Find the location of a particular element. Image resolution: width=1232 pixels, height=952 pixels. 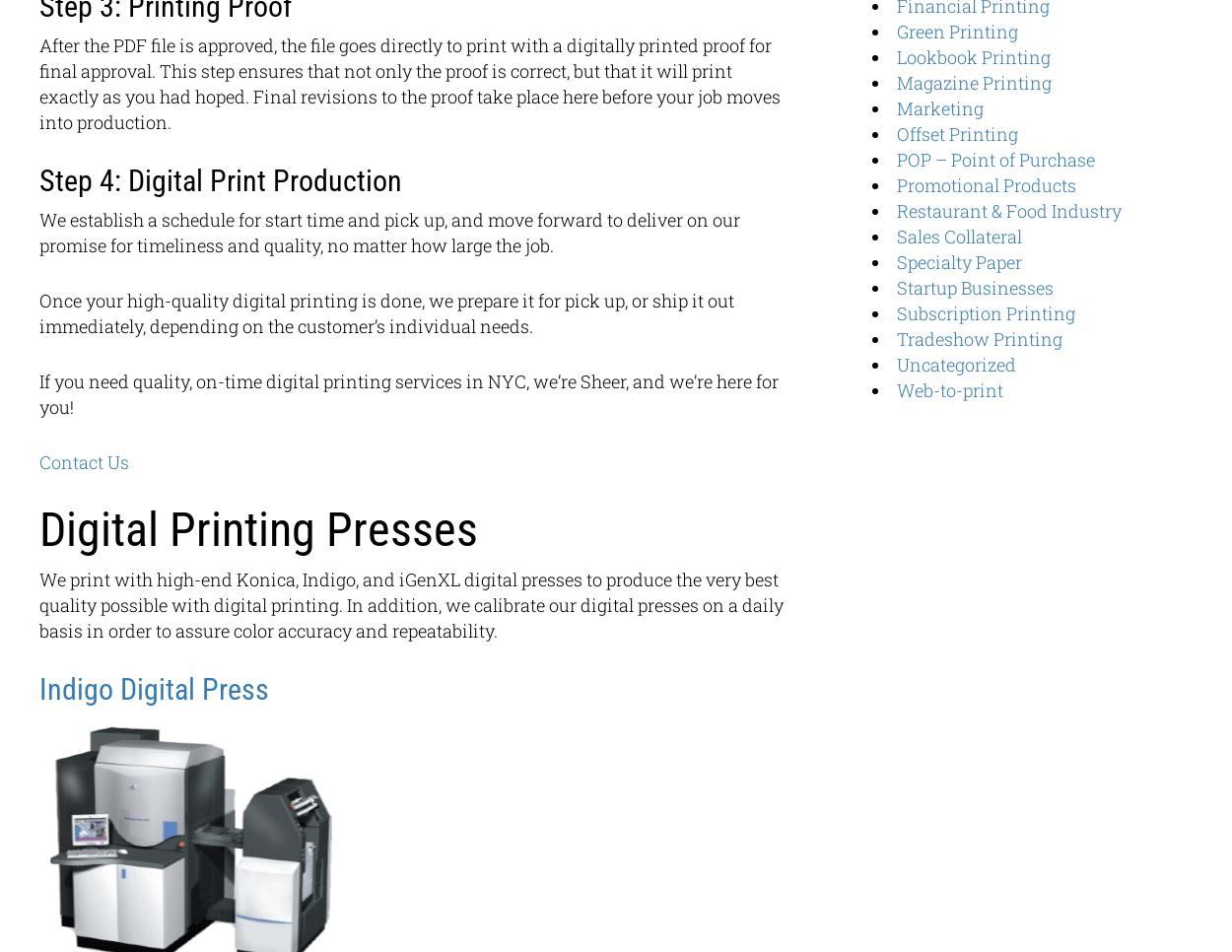

'Indigo Digital Press' is located at coordinates (154, 687).